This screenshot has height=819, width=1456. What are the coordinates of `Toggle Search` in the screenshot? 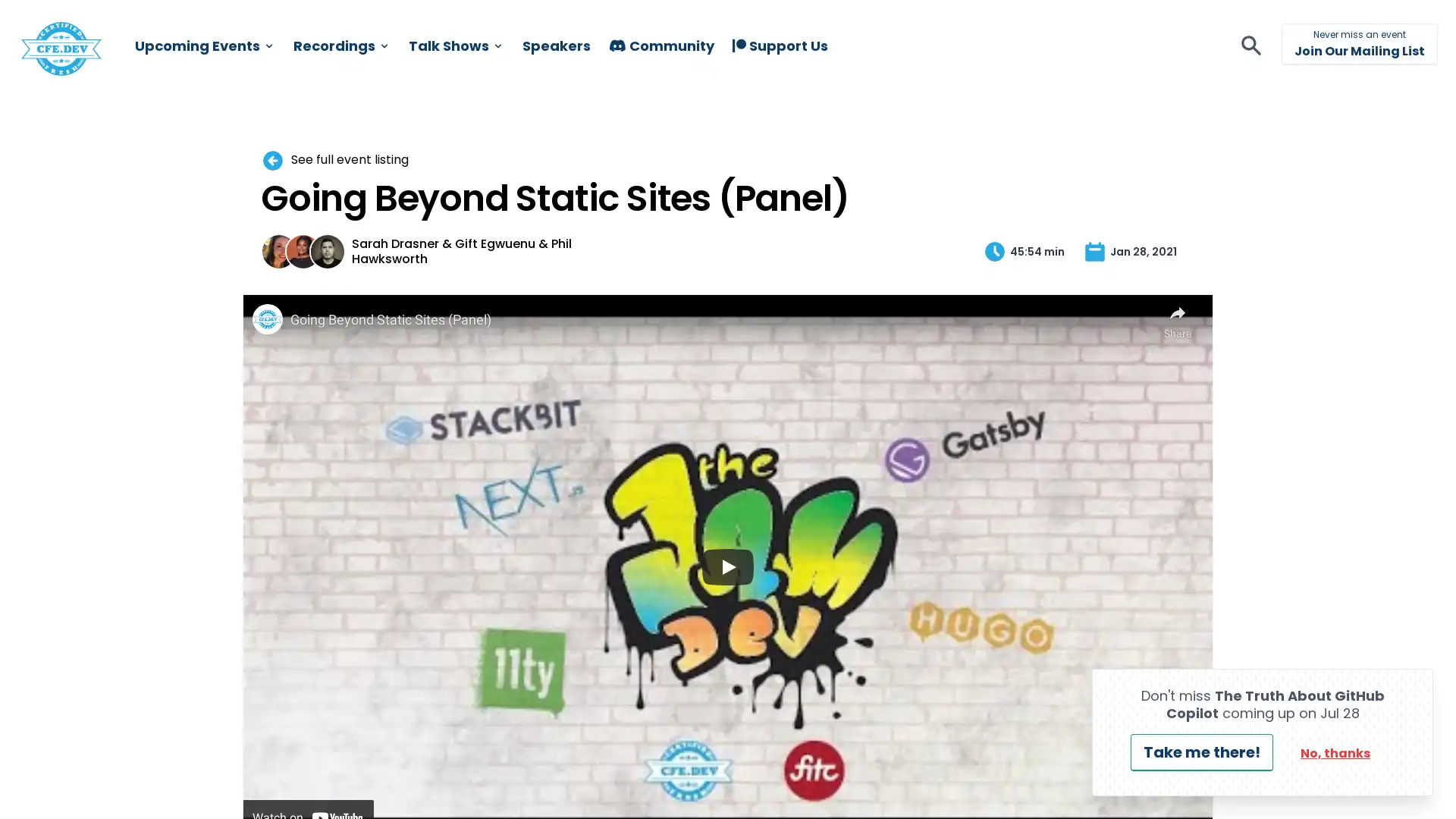 It's located at (1251, 48).